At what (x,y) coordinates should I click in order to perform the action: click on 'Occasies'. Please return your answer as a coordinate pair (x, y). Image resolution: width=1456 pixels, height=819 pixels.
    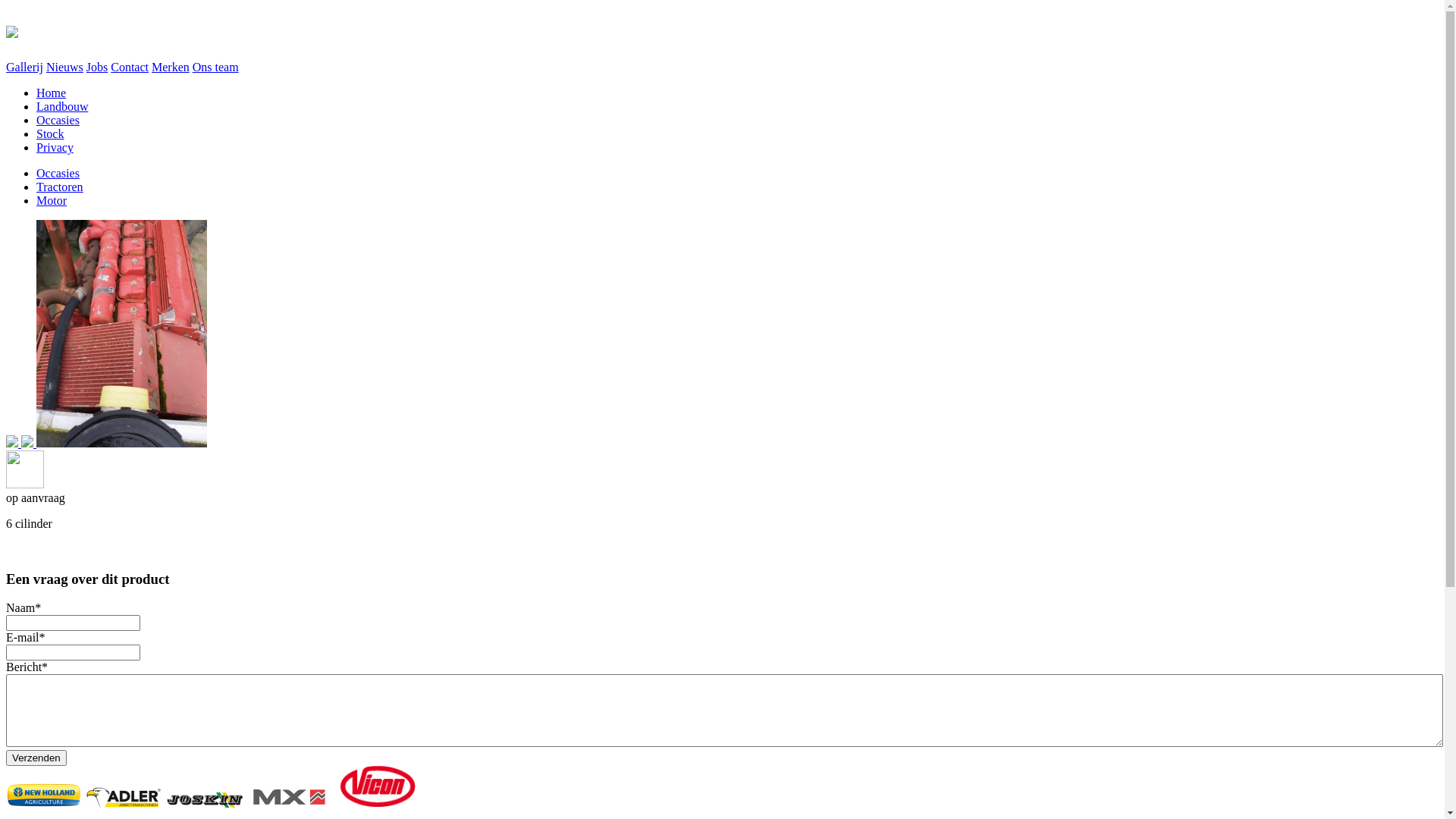
    Looking at the image, I should click on (58, 172).